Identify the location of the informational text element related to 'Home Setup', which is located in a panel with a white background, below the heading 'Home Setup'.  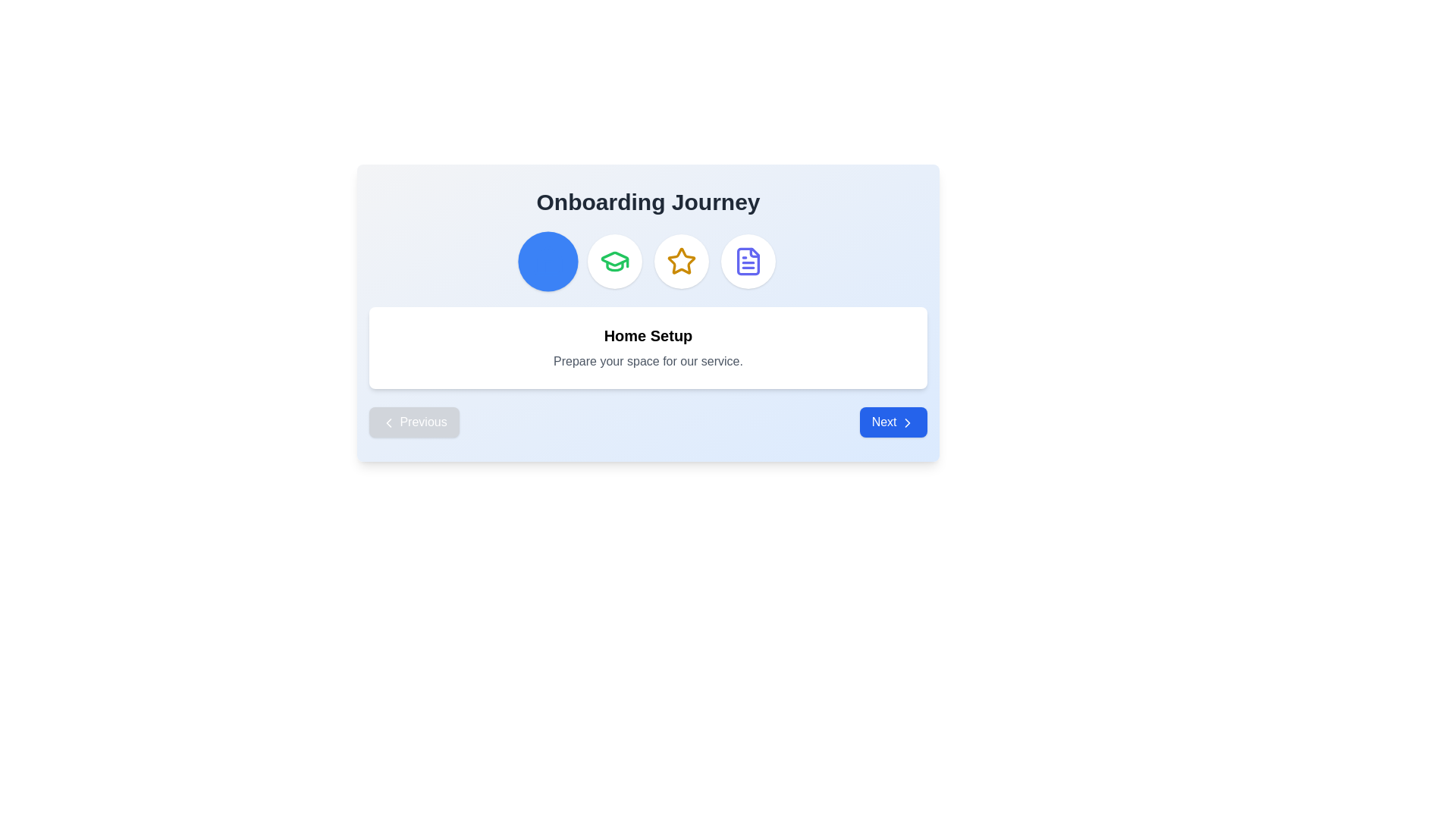
(648, 362).